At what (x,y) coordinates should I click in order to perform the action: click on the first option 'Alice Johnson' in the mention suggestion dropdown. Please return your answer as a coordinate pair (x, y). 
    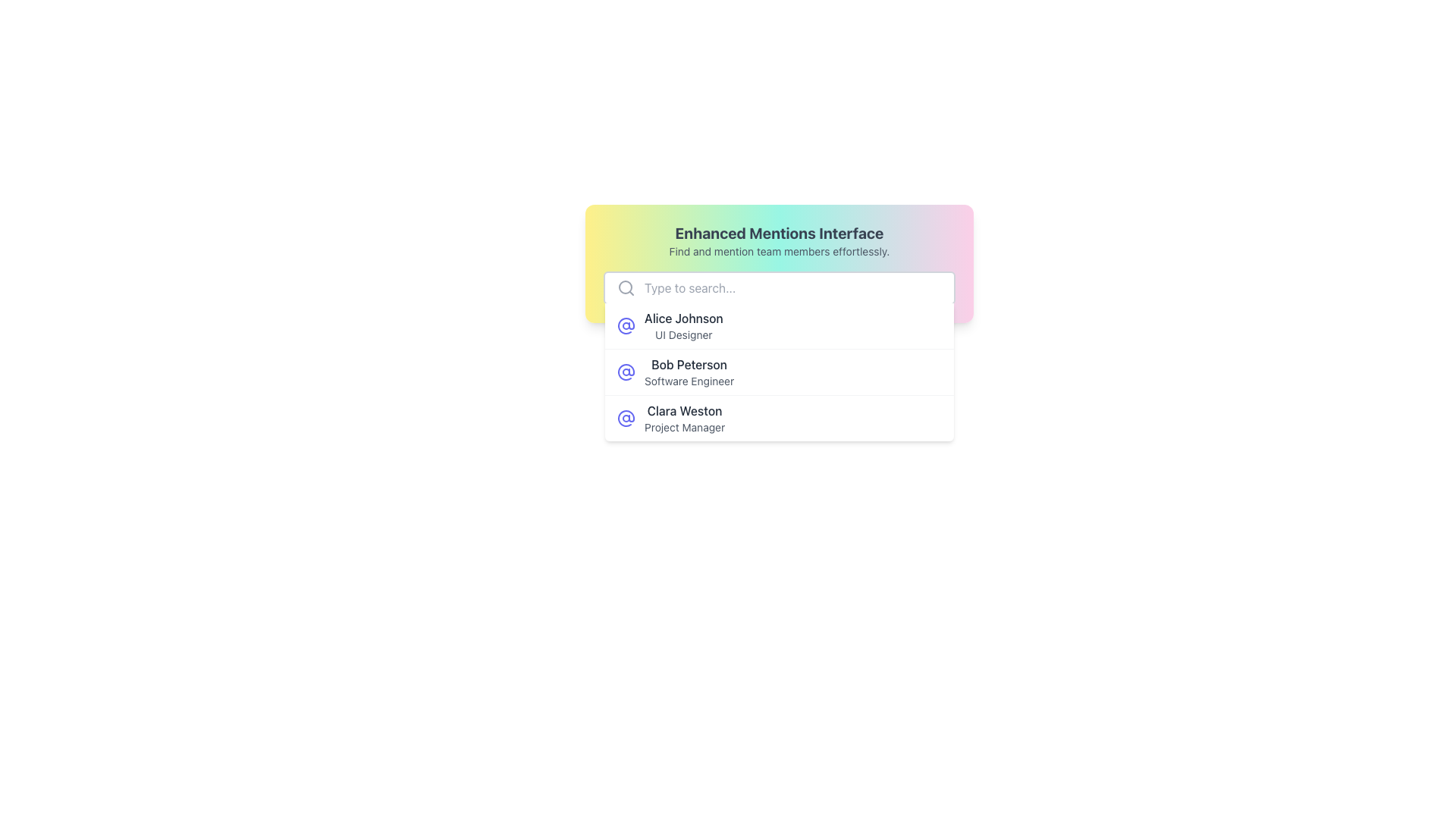
    Looking at the image, I should click on (779, 325).